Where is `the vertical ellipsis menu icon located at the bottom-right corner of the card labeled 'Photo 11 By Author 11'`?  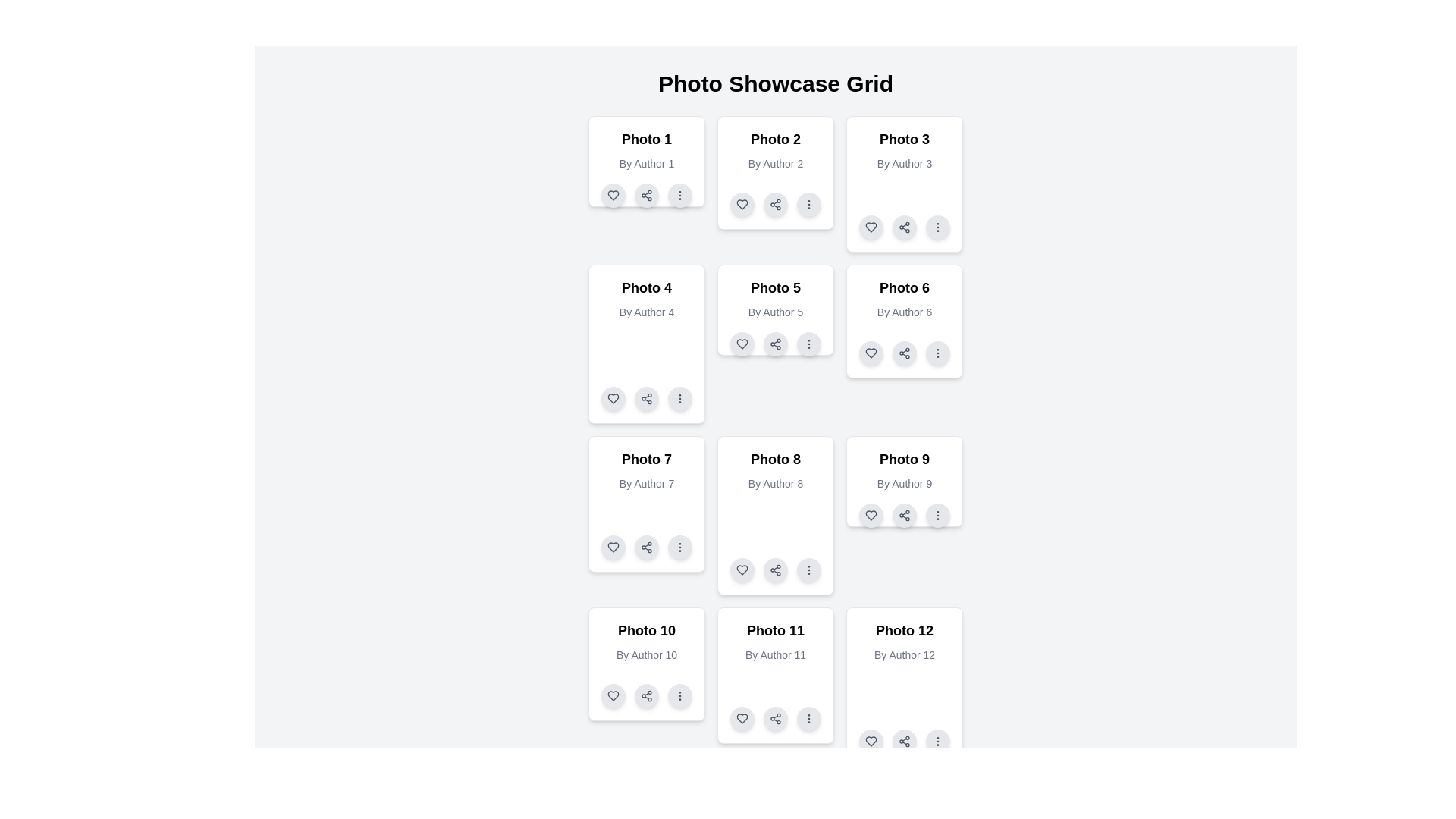 the vertical ellipsis menu icon located at the bottom-right corner of the card labeled 'Photo 11 By Author 11' is located at coordinates (808, 718).